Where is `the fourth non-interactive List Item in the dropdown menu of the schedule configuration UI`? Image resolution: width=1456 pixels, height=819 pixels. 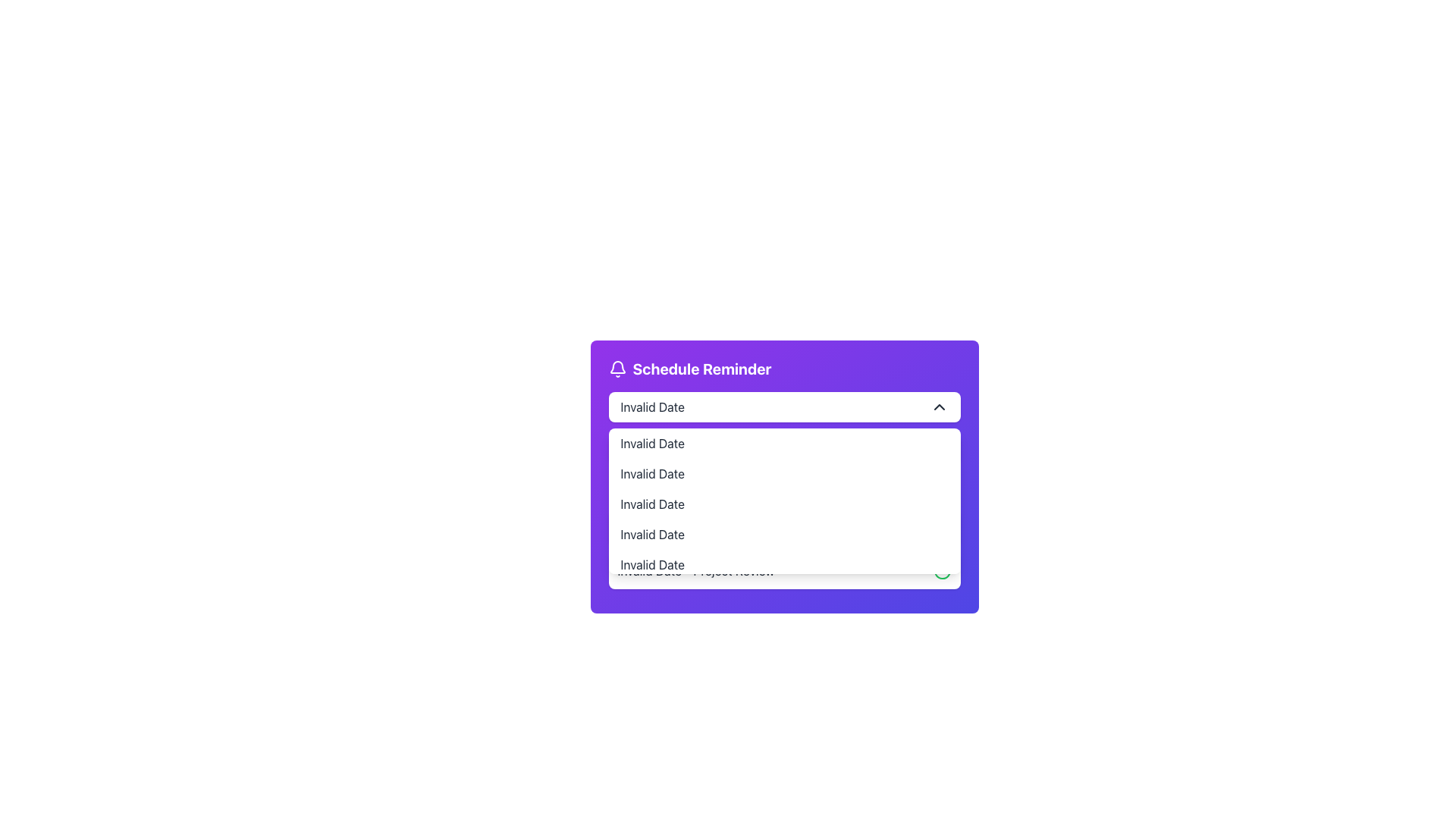 the fourth non-interactive List Item in the dropdown menu of the schedule configuration UI is located at coordinates (784, 534).